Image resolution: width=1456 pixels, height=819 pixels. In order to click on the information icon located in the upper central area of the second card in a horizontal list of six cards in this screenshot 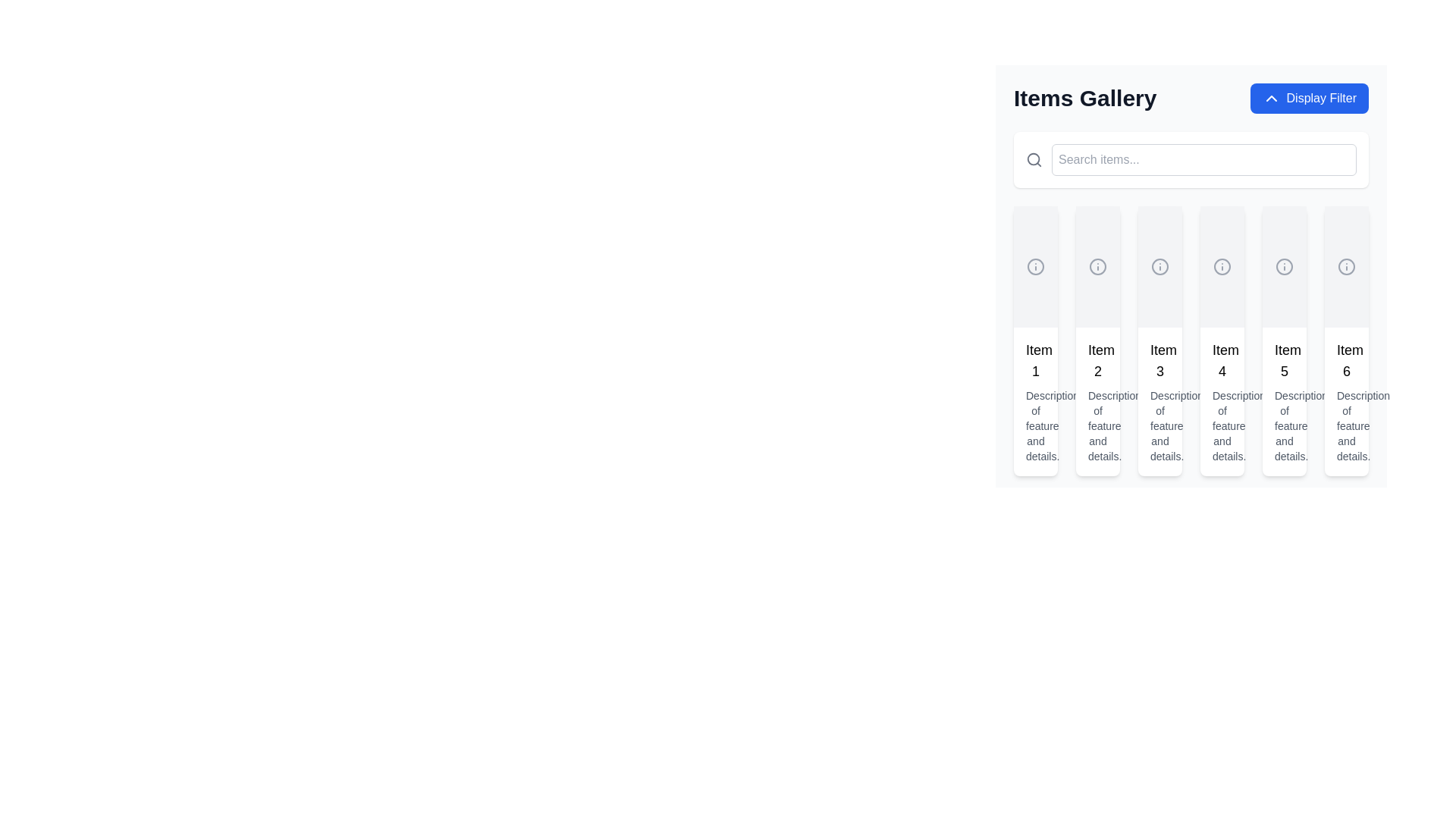, I will do `click(1098, 265)`.